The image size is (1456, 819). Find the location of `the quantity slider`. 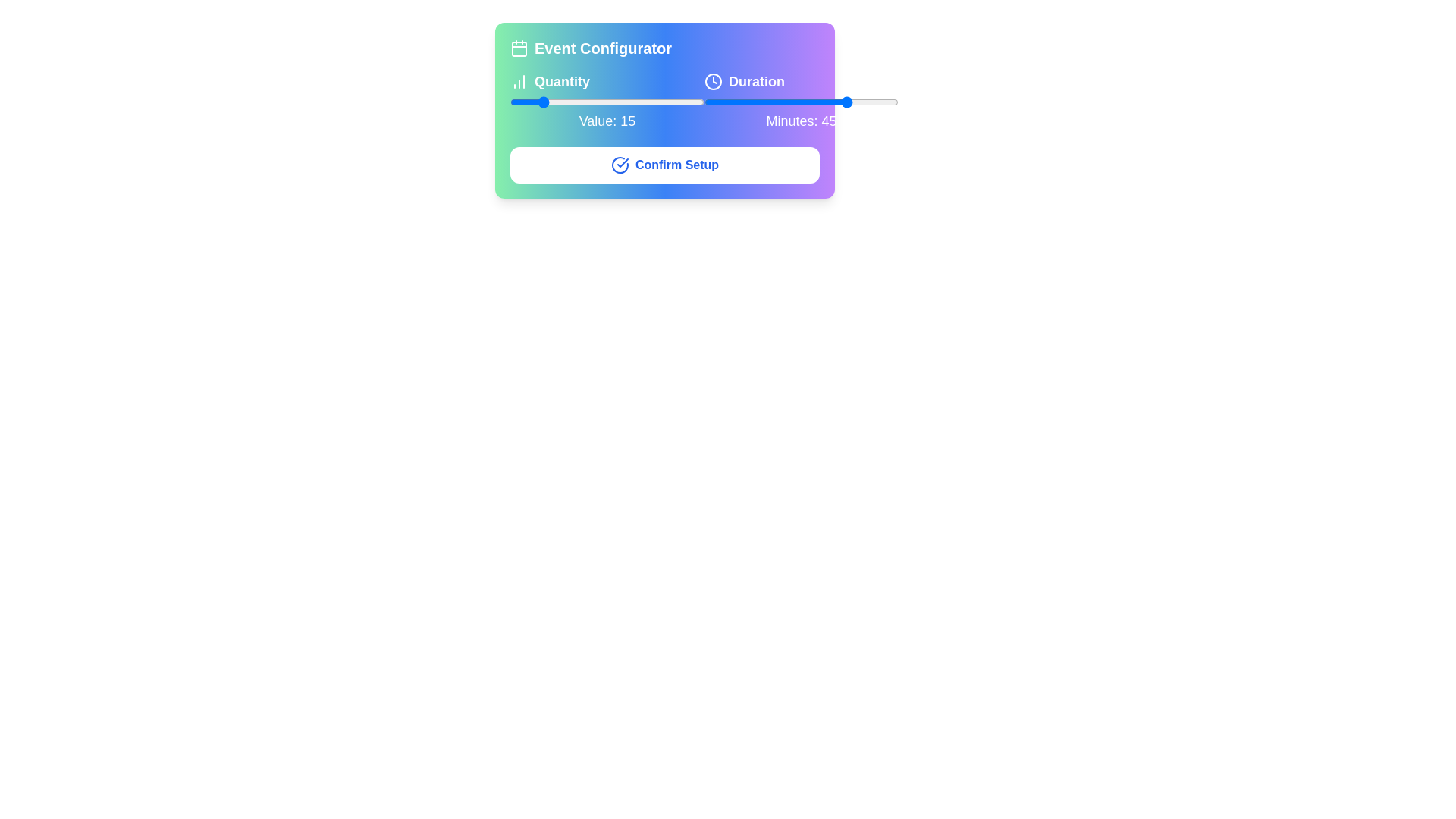

the quantity slider is located at coordinates (664, 102).